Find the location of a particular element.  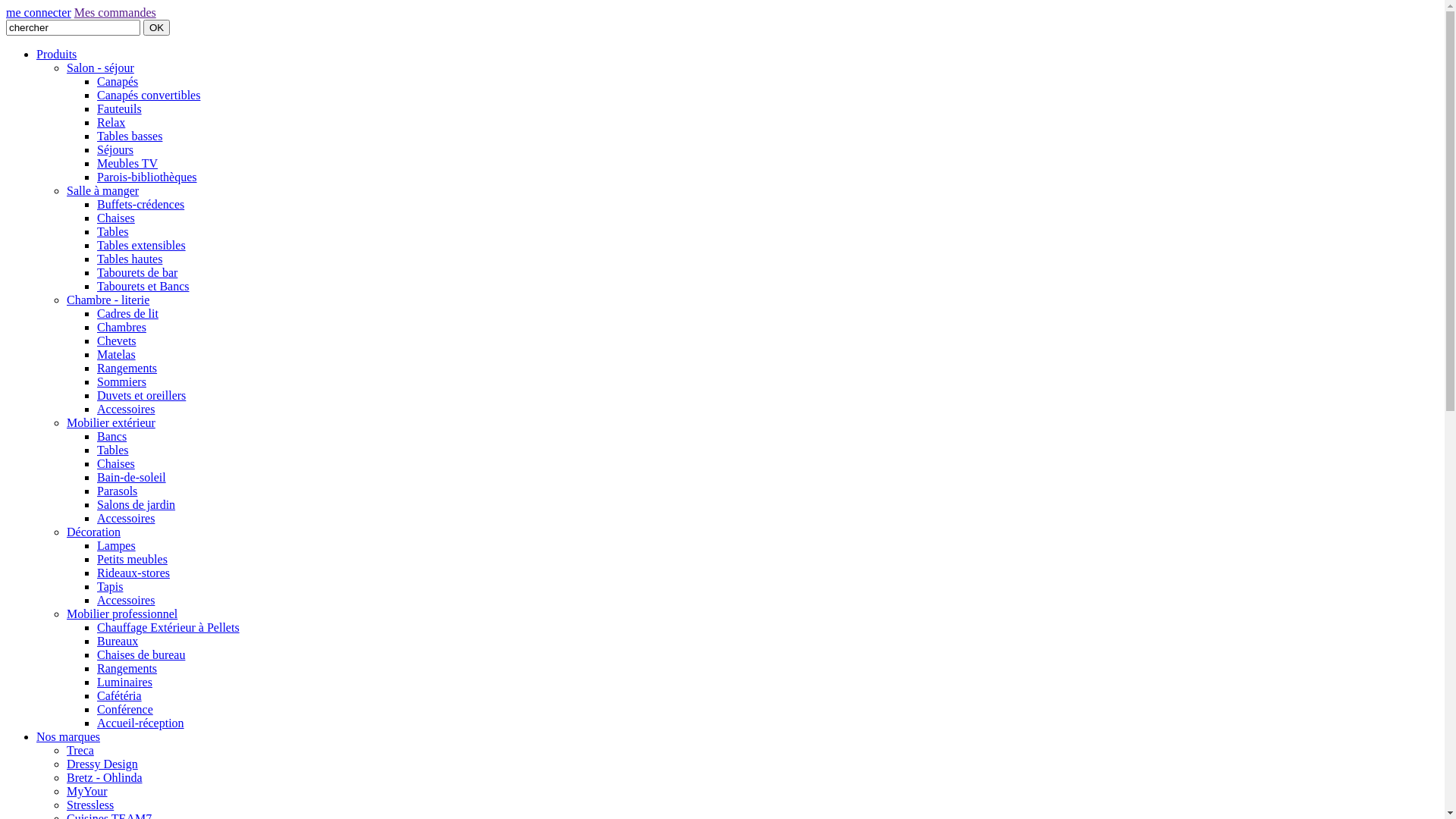

'Bain-de-soleil' is located at coordinates (131, 476).